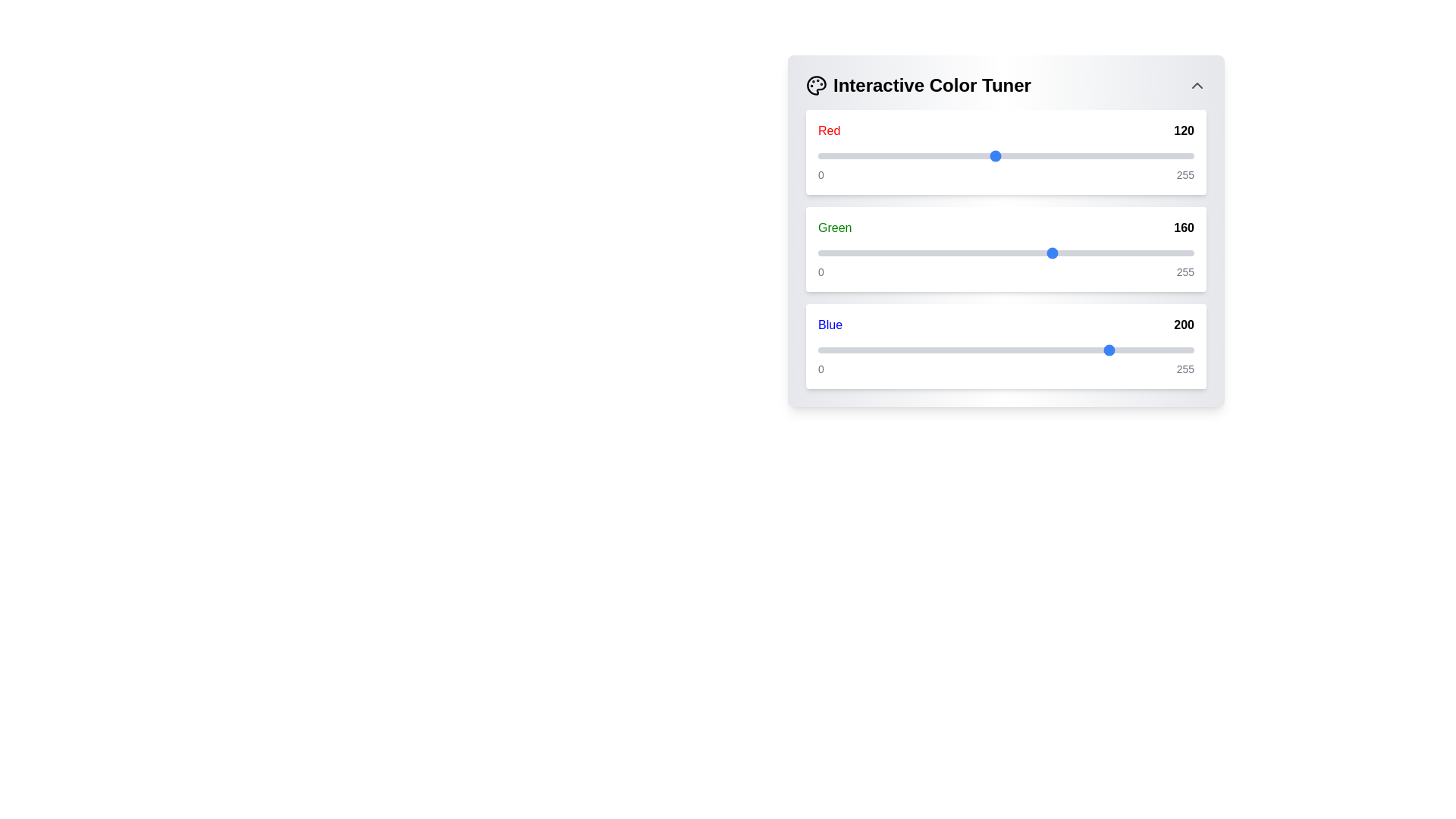 The height and width of the screenshot is (819, 1456). Describe the element at coordinates (1197, 85) in the screenshot. I see `the interactive button located at the top-right corner of the 'Interactive Color Tuner' header` at that location.